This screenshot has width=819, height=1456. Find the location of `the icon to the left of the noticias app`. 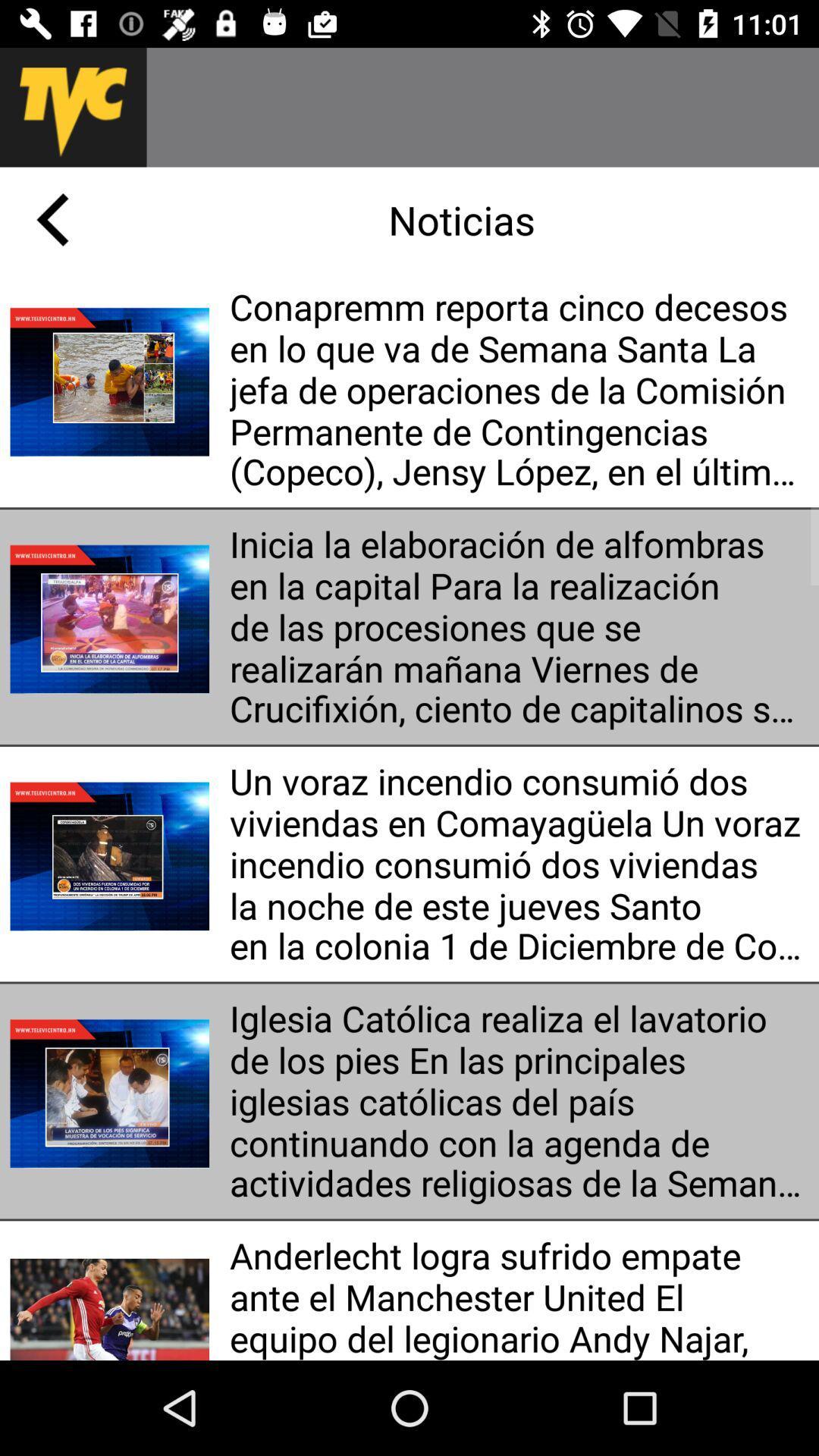

the icon to the left of the noticias app is located at coordinates (52, 218).